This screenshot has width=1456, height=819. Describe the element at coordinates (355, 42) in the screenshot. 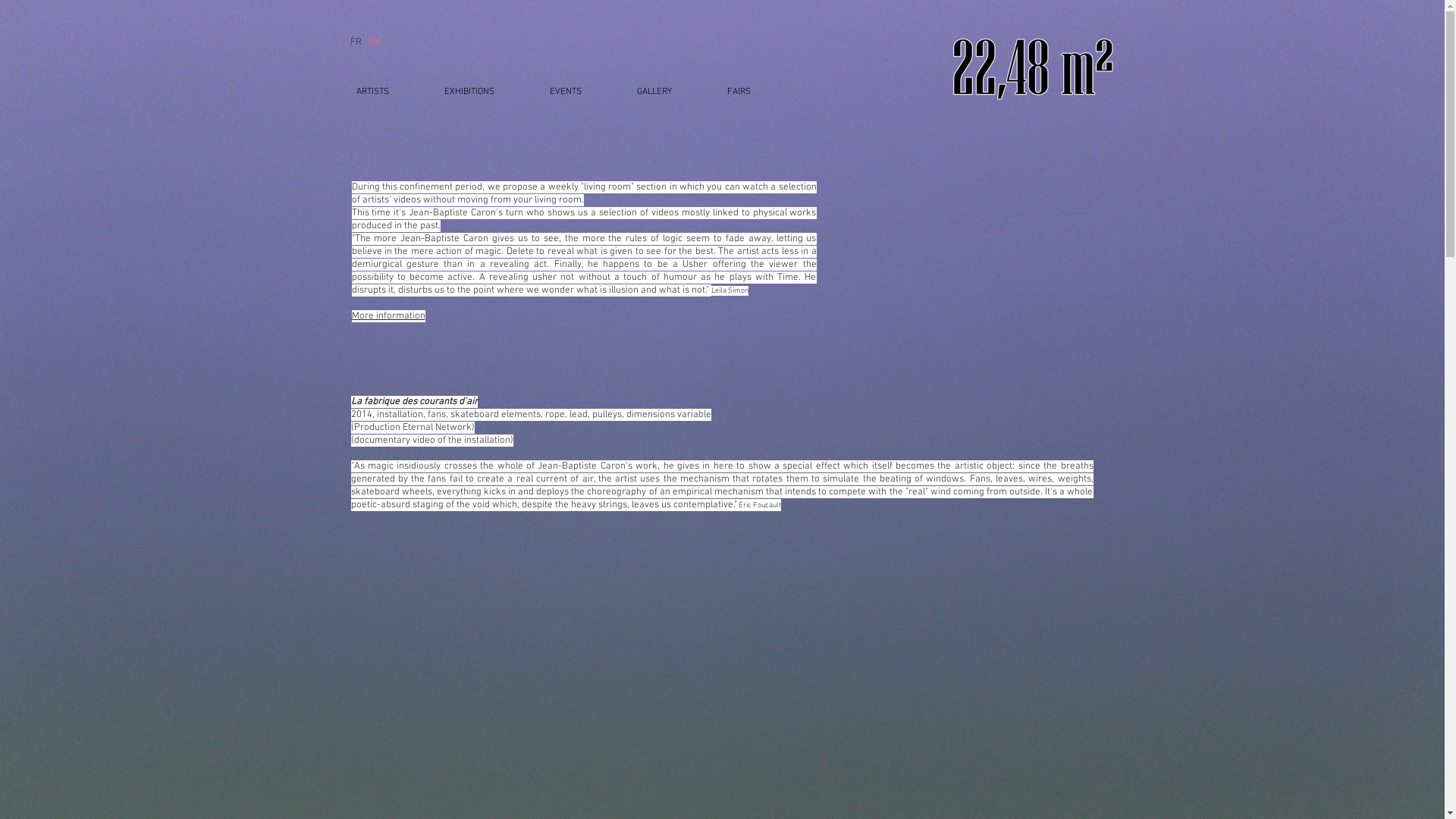

I see `'FR'` at that location.